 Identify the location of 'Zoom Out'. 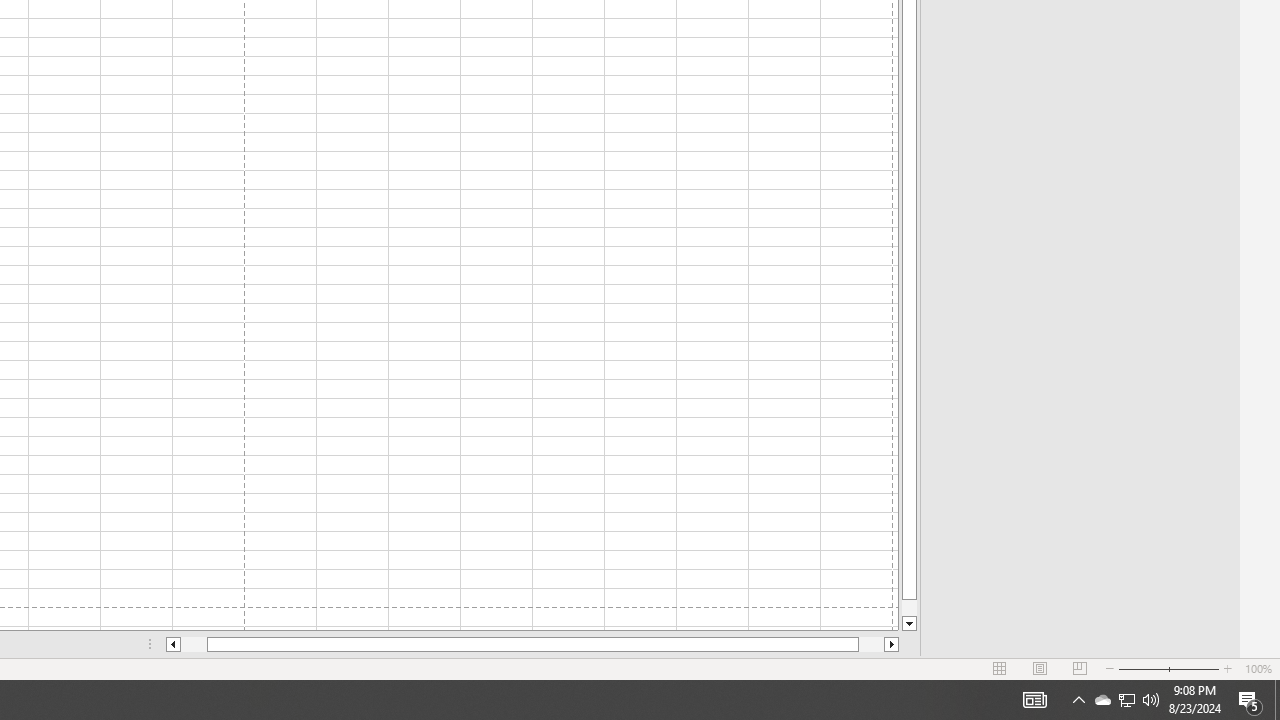
(1143, 669).